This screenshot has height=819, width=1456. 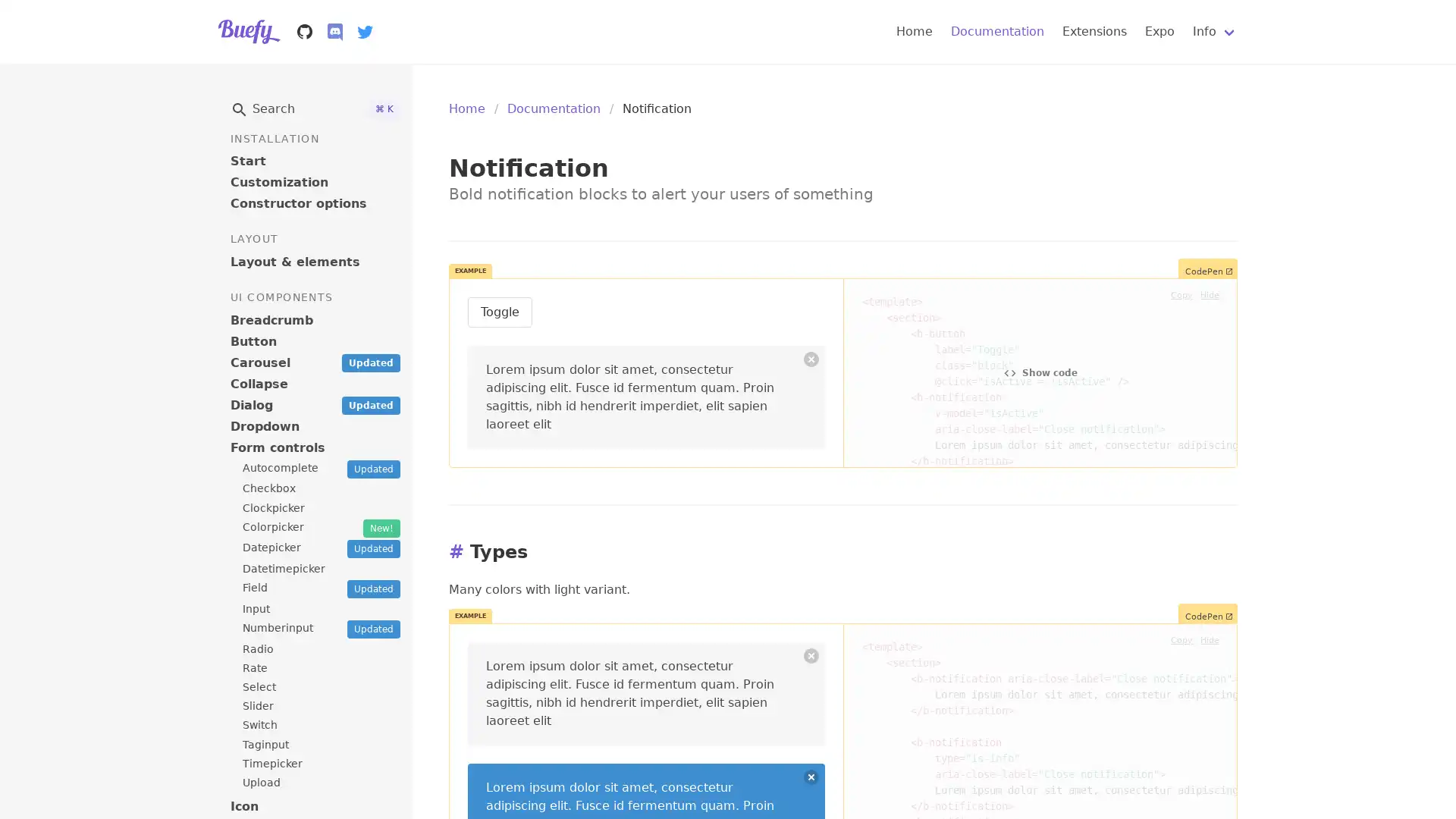 What do you see at coordinates (1181, 292) in the screenshot?
I see `Copy` at bounding box center [1181, 292].